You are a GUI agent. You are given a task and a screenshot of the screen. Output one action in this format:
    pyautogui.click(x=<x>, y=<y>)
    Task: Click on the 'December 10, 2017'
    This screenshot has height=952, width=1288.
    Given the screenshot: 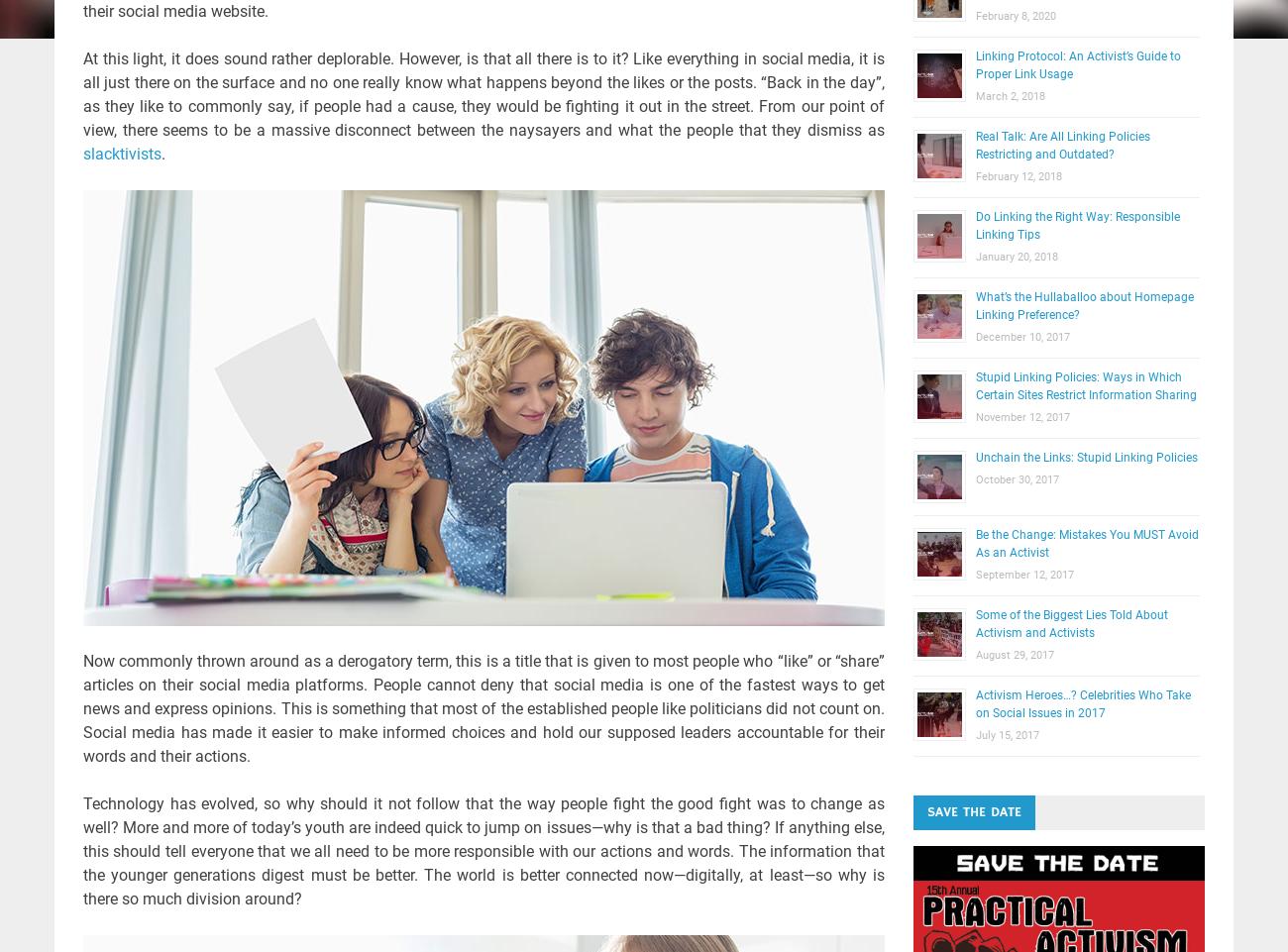 What is the action you would take?
    pyautogui.click(x=1021, y=336)
    